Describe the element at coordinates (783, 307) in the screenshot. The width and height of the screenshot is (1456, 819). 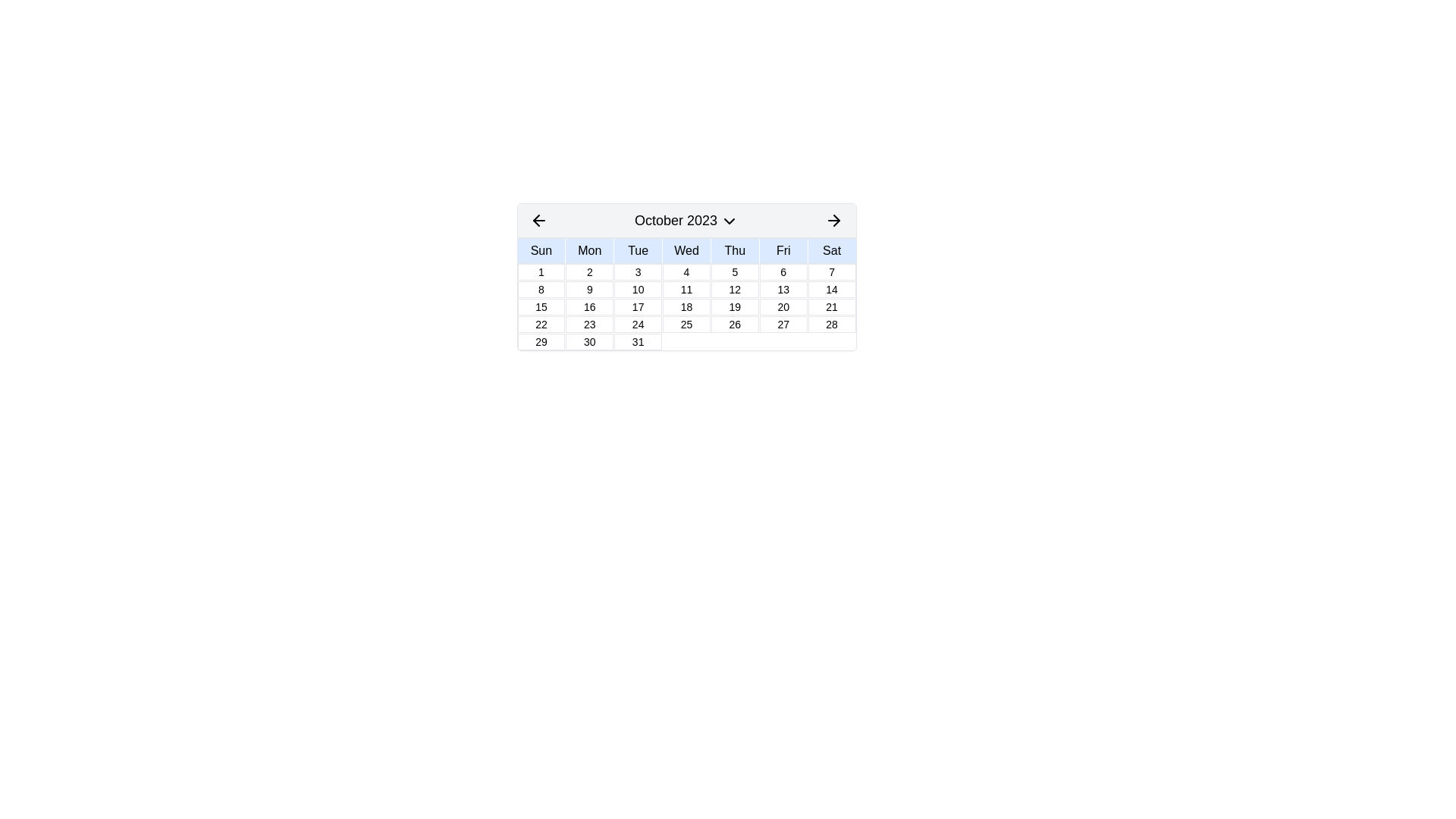
I see `the Calendar Cell representing the date 20 in the graphical calendar interface` at that location.